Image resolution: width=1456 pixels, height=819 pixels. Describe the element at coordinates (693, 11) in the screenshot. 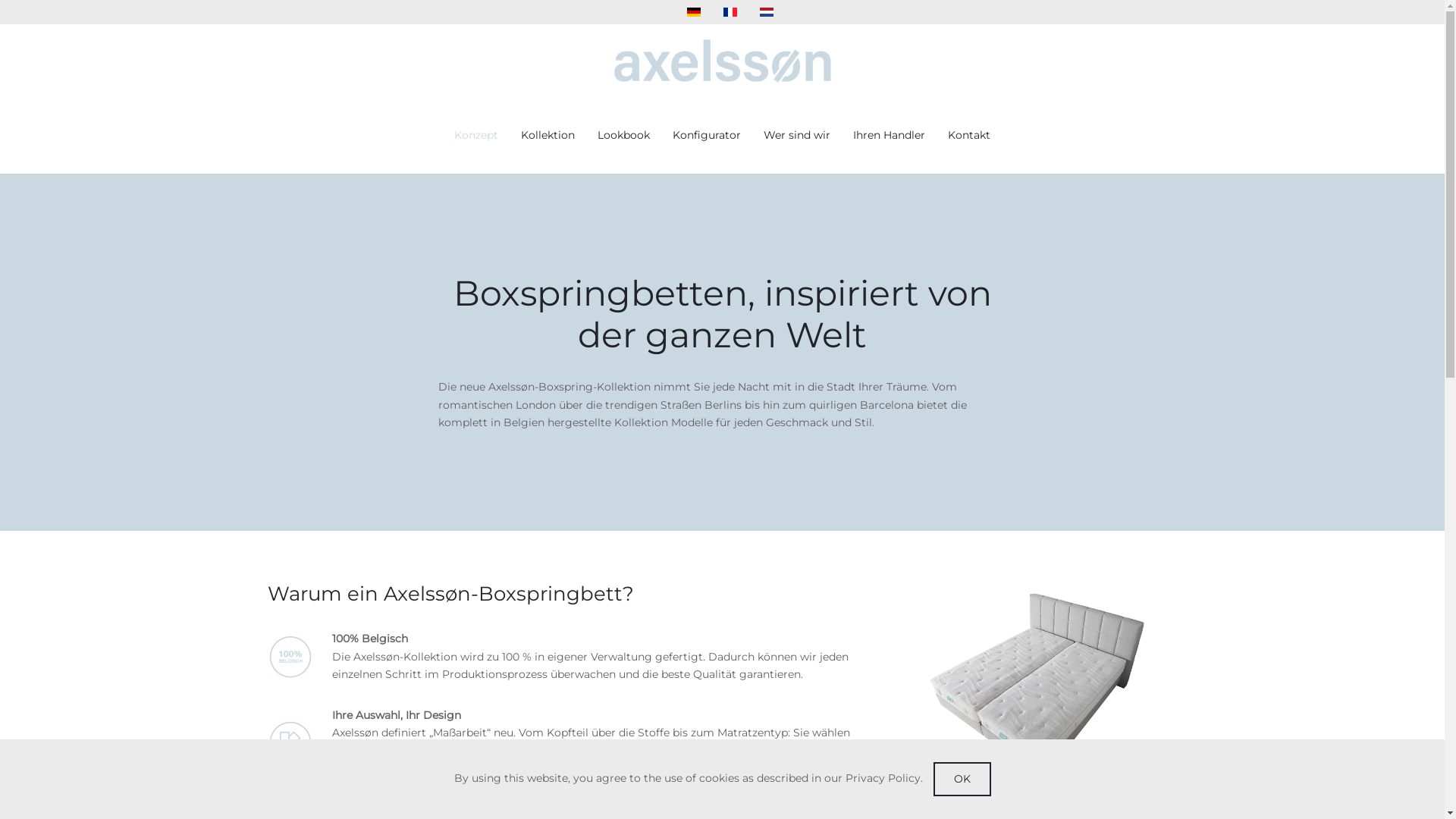

I see `'Deutsch (Deutschland)'` at that location.